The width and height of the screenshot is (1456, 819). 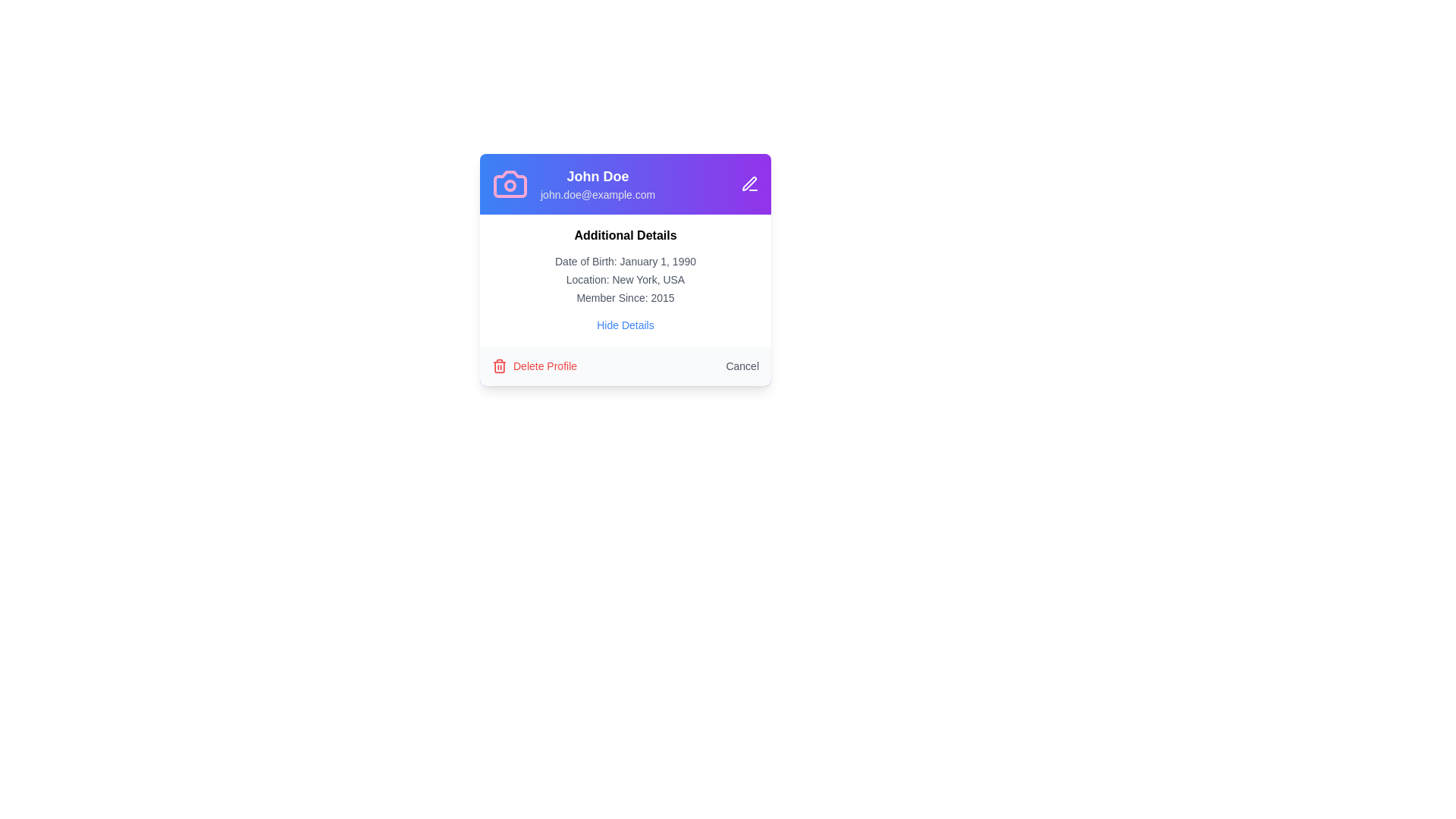 What do you see at coordinates (626, 280) in the screenshot?
I see `the static informational text displaying the user's current location, which is centrally located under 'Date of Birth: January 1, 1990' and above 'Member Since: 2015' in the 'Additional Details' section of the user profile card` at bounding box center [626, 280].